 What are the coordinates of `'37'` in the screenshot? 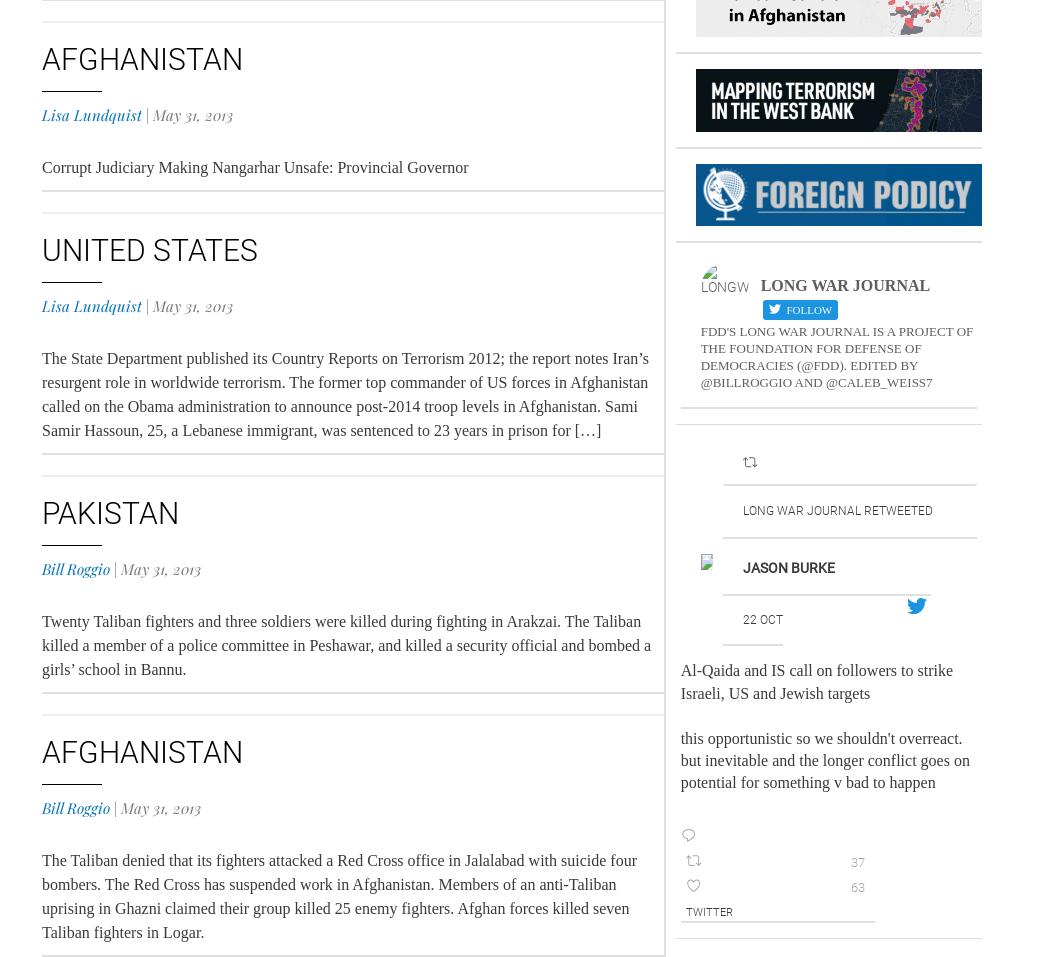 It's located at (855, 862).